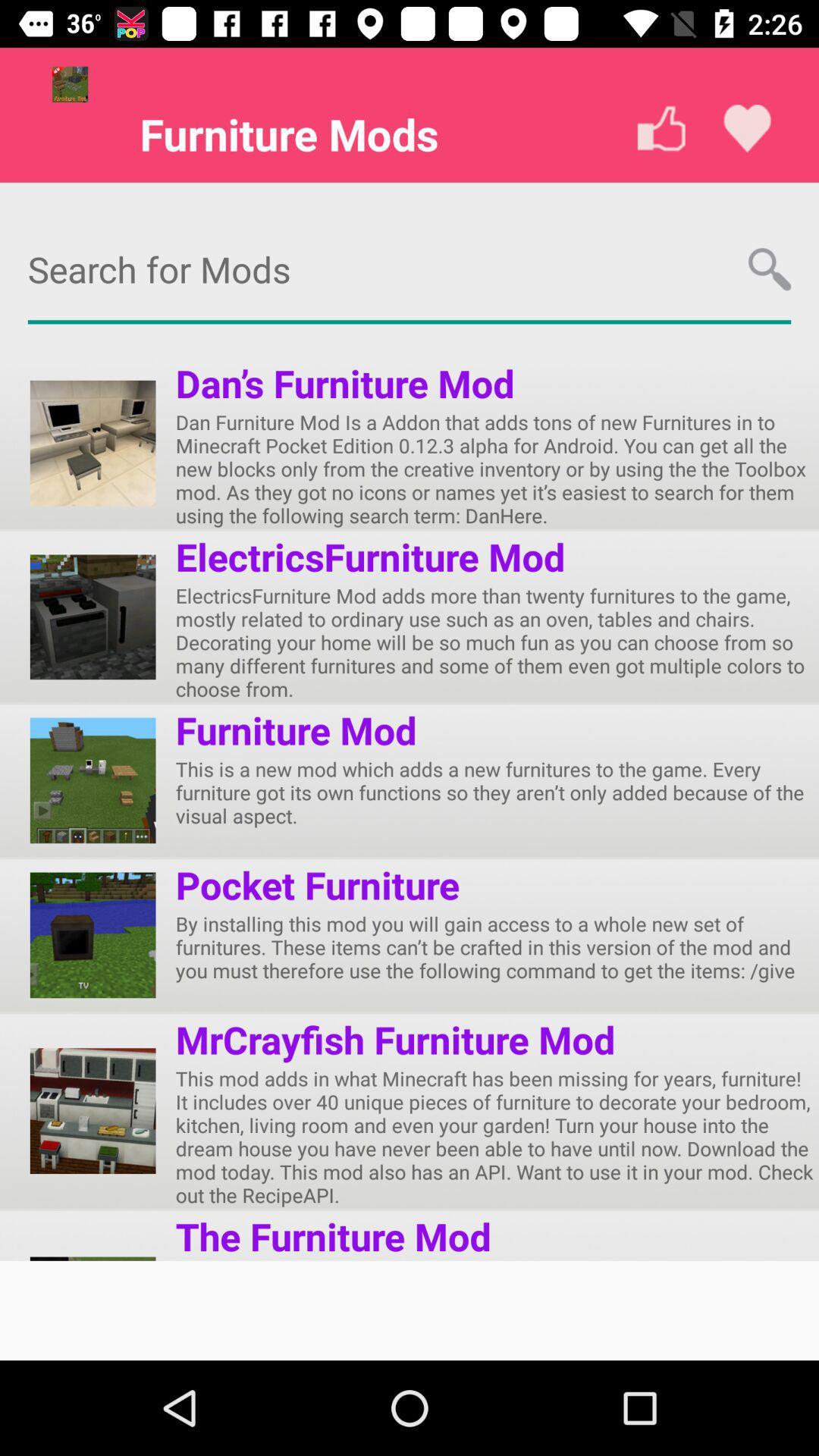 The width and height of the screenshot is (819, 1456). I want to click on app above the mrcrayfish furniture mod icon, so click(497, 946).